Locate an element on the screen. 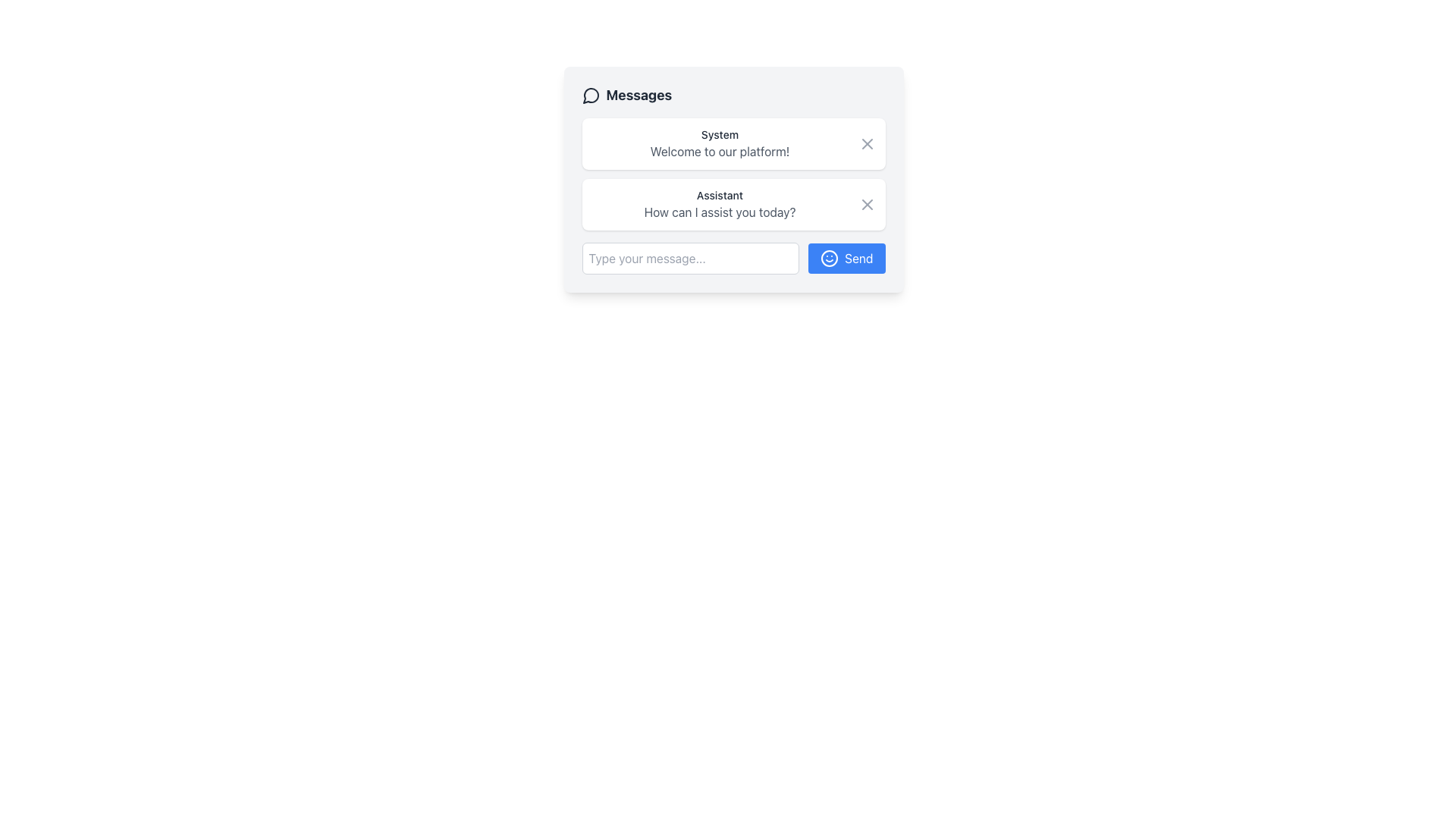 The image size is (1456, 819). displayed text in the Message card or notification box that welcomes users to the platform, positioned above the Assistant message box is located at coordinates (733, 143).